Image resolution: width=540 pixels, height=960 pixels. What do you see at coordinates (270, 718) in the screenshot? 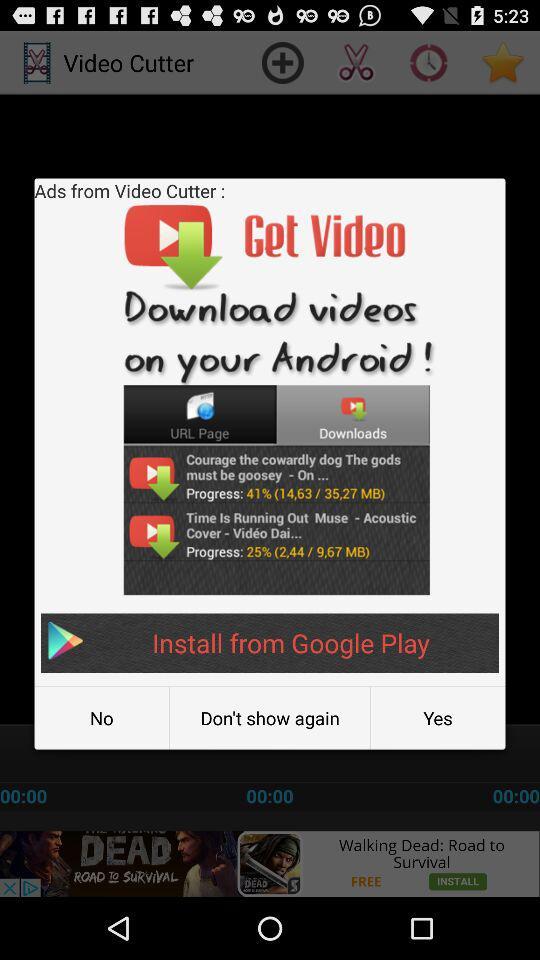
I see `the icon next to yes button` at bounding box center [270, 718].